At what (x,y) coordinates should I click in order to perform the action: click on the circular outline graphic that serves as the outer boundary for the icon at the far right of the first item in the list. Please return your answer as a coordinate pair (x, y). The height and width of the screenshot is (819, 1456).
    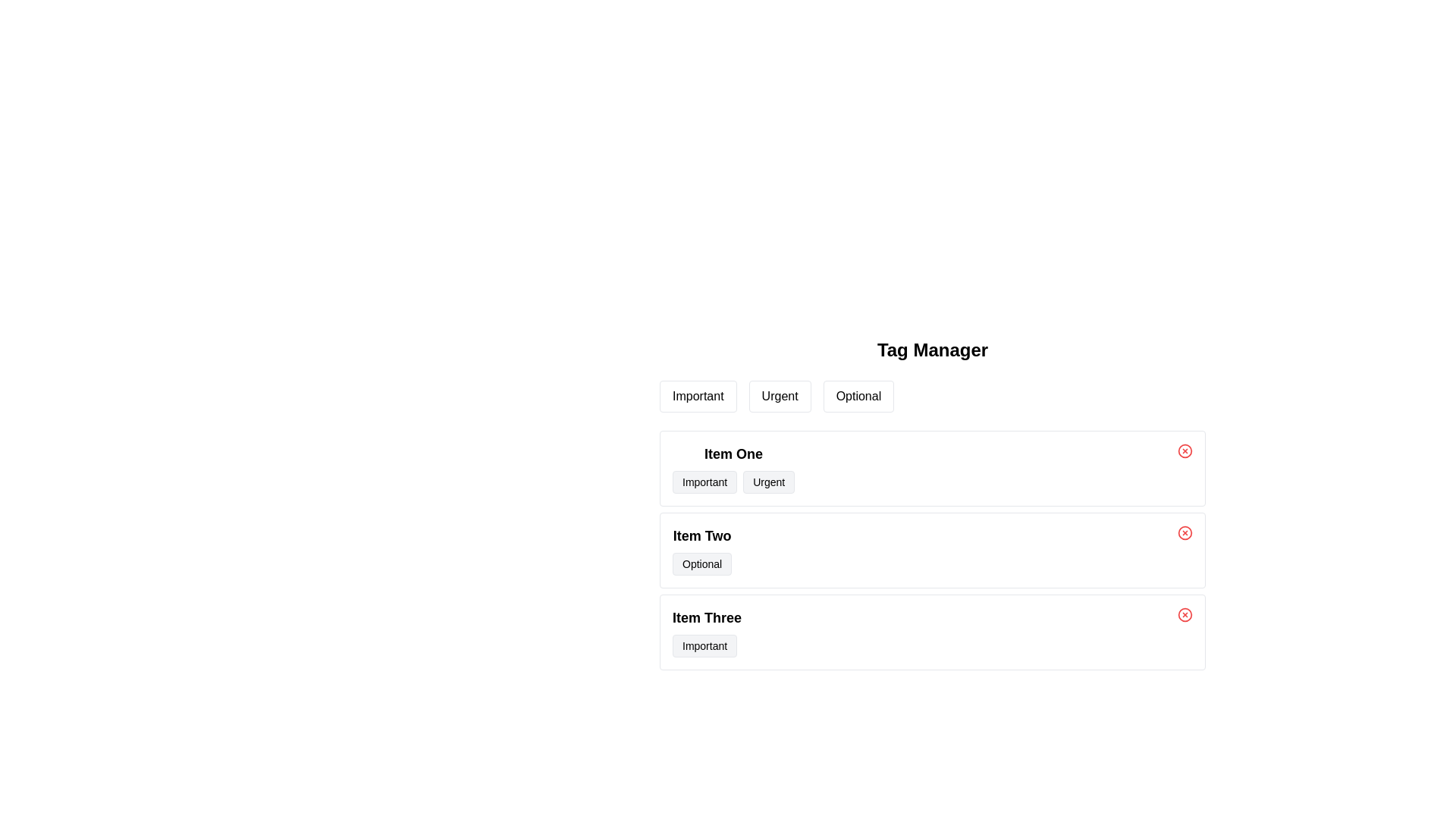
    Looking at the image, I should click on (1185, 450).